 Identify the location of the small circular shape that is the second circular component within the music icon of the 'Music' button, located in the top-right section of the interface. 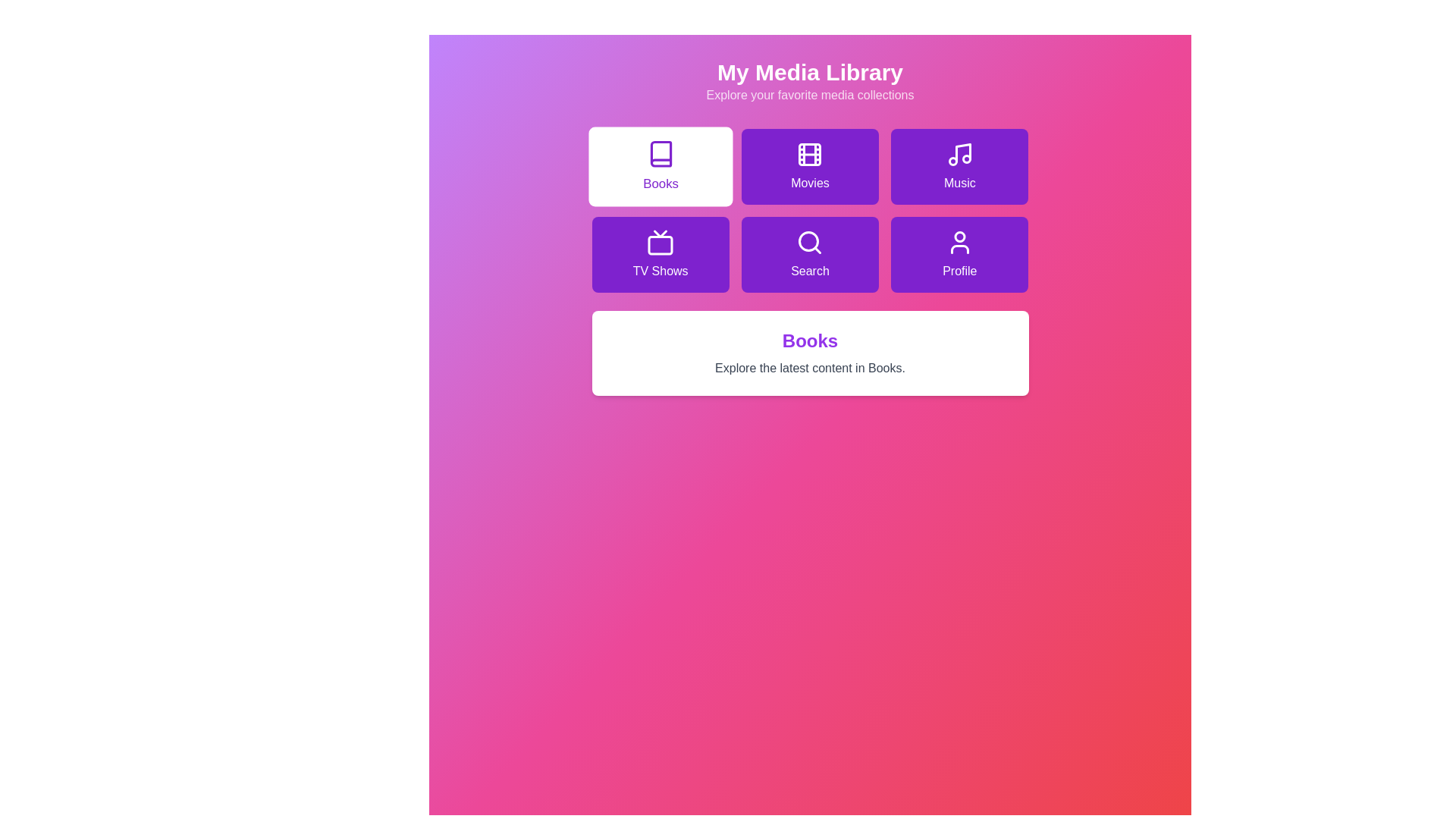
(965, 158).